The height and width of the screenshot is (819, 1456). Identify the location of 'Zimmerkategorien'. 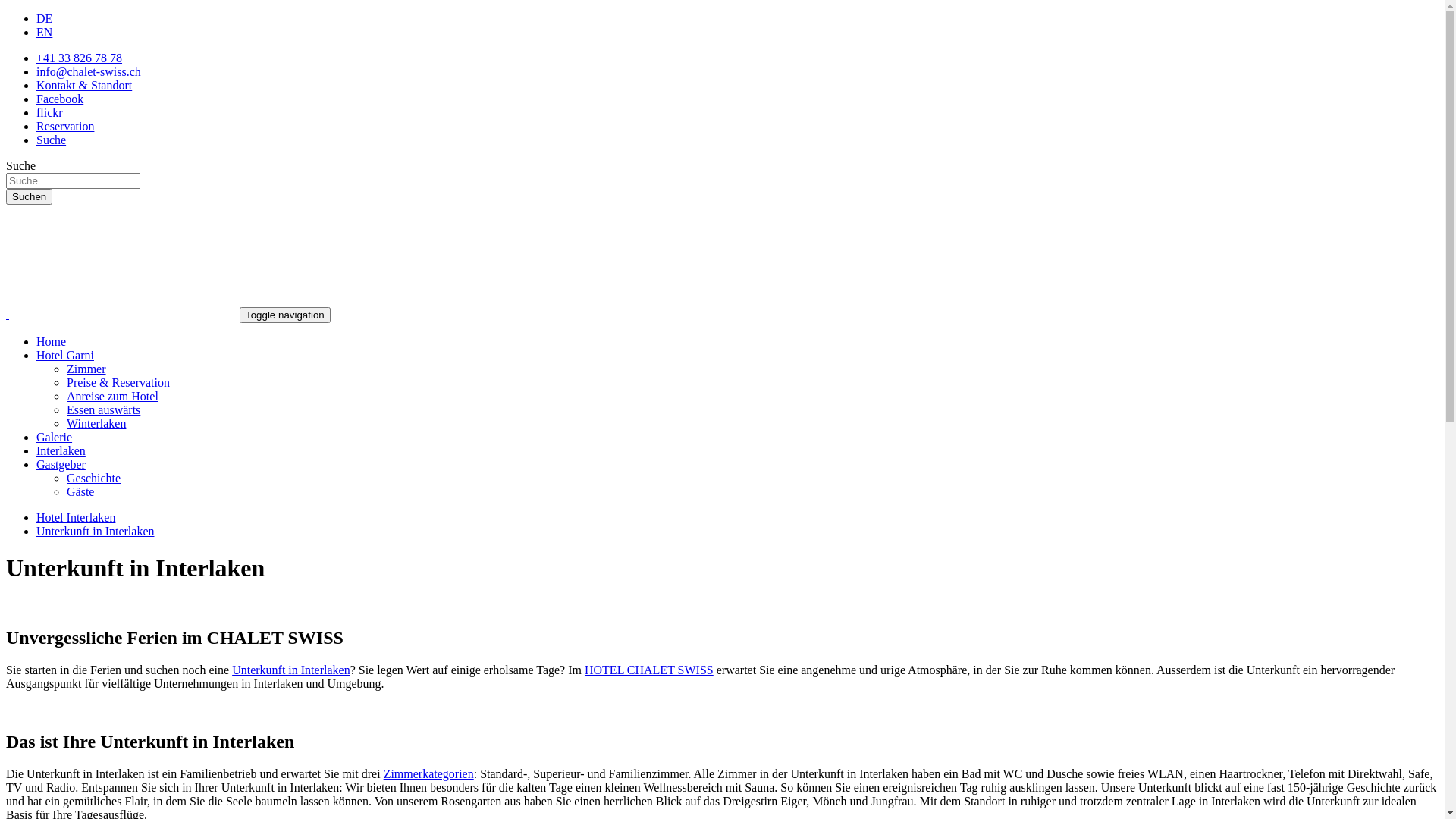
(383, 773).